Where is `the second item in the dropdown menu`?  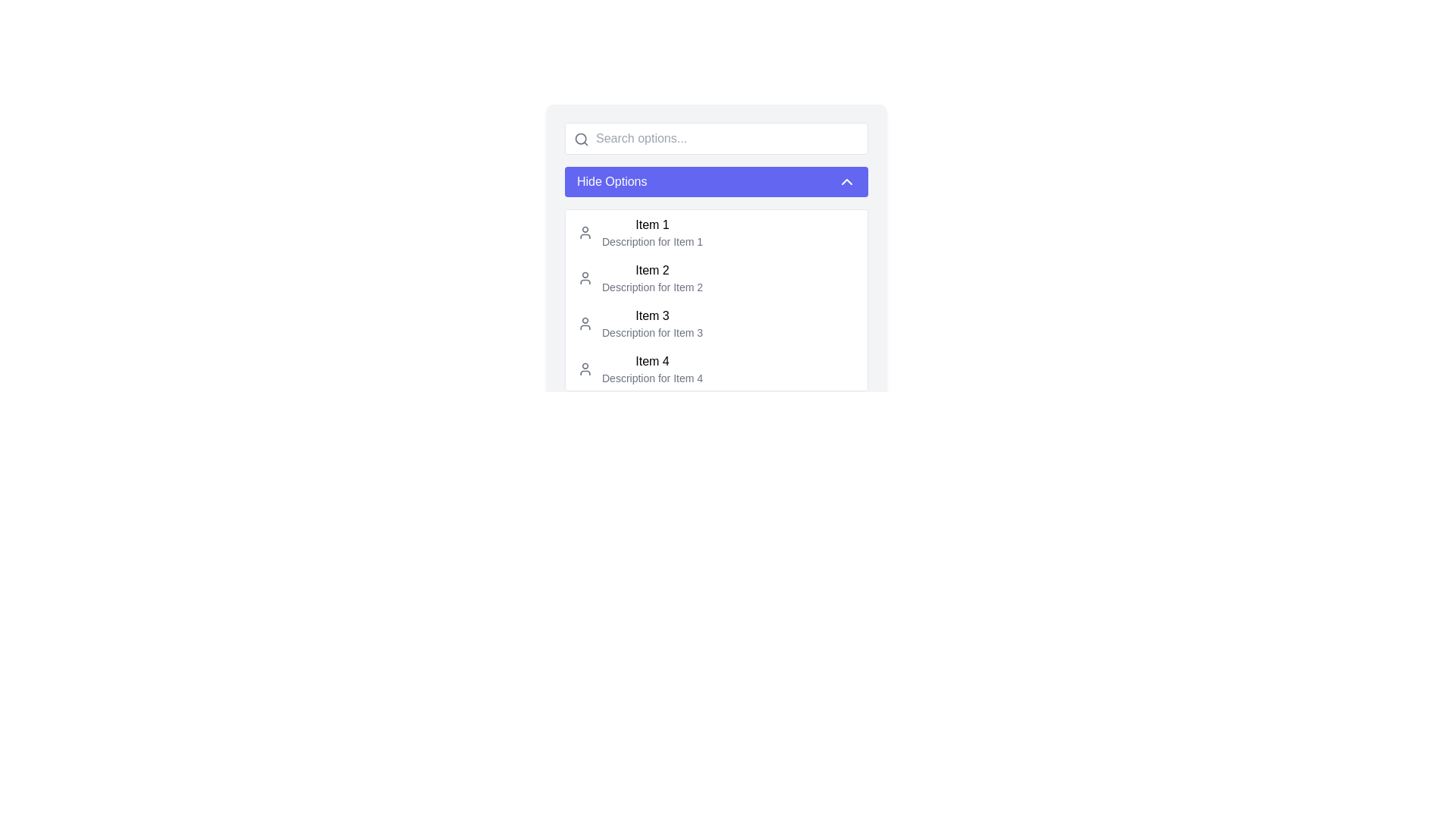 the second item in the dropdown menu is located at coordinates (716, 278).